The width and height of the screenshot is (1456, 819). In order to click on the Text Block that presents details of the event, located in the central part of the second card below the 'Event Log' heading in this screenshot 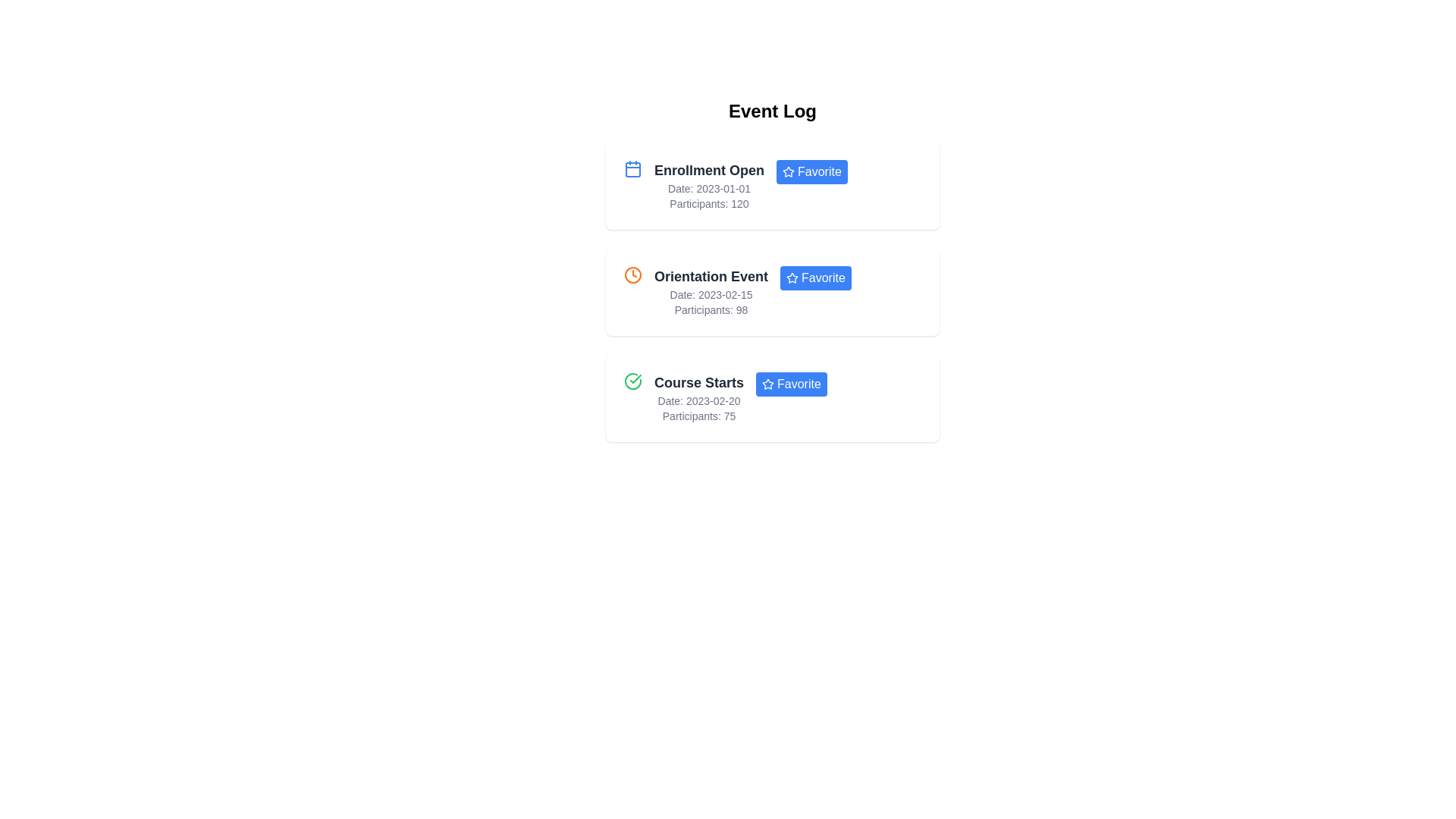, I will do `click(711, 292)`.